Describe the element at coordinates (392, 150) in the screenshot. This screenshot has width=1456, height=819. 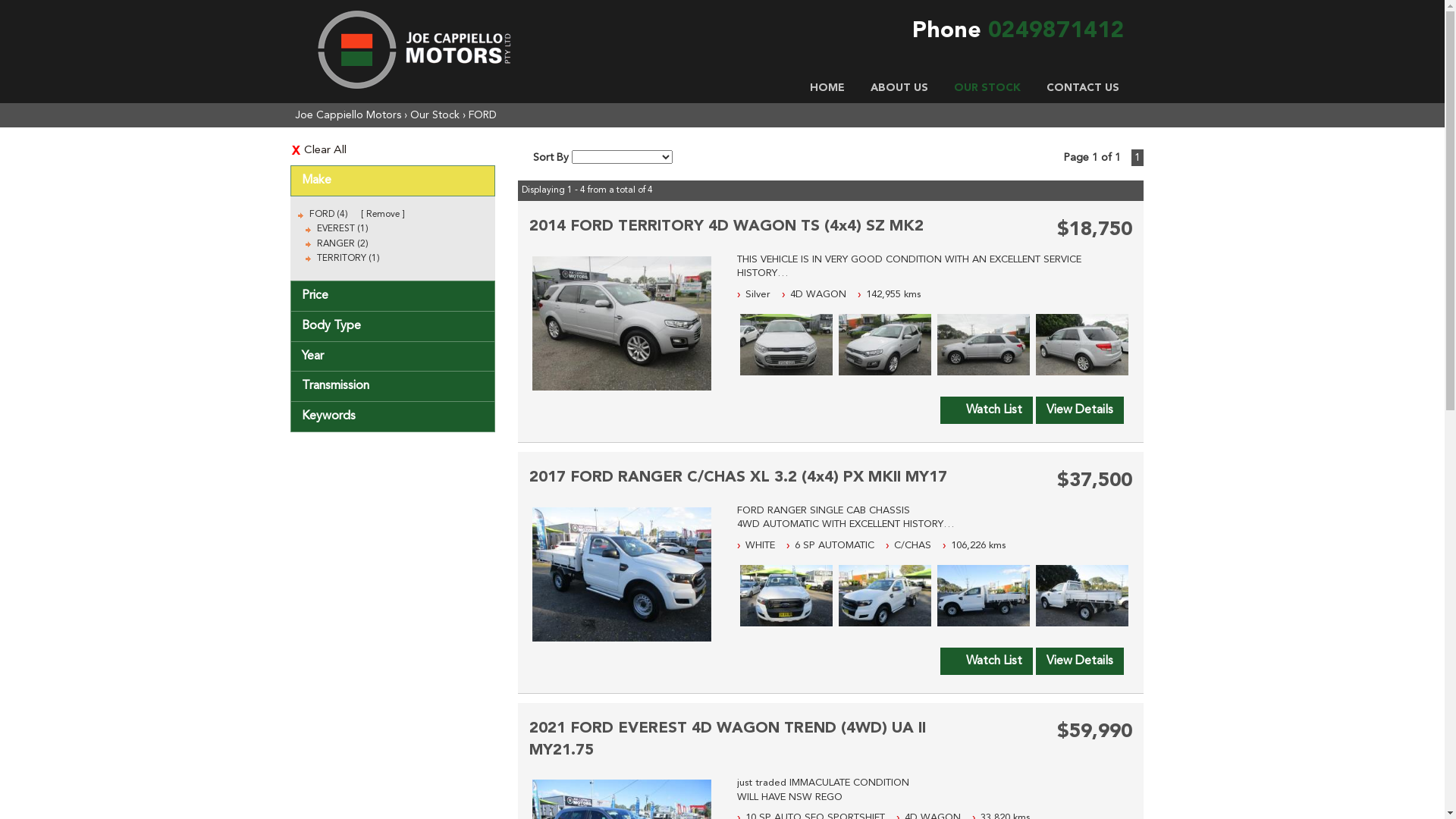
I see `'Clear All'` at that location.